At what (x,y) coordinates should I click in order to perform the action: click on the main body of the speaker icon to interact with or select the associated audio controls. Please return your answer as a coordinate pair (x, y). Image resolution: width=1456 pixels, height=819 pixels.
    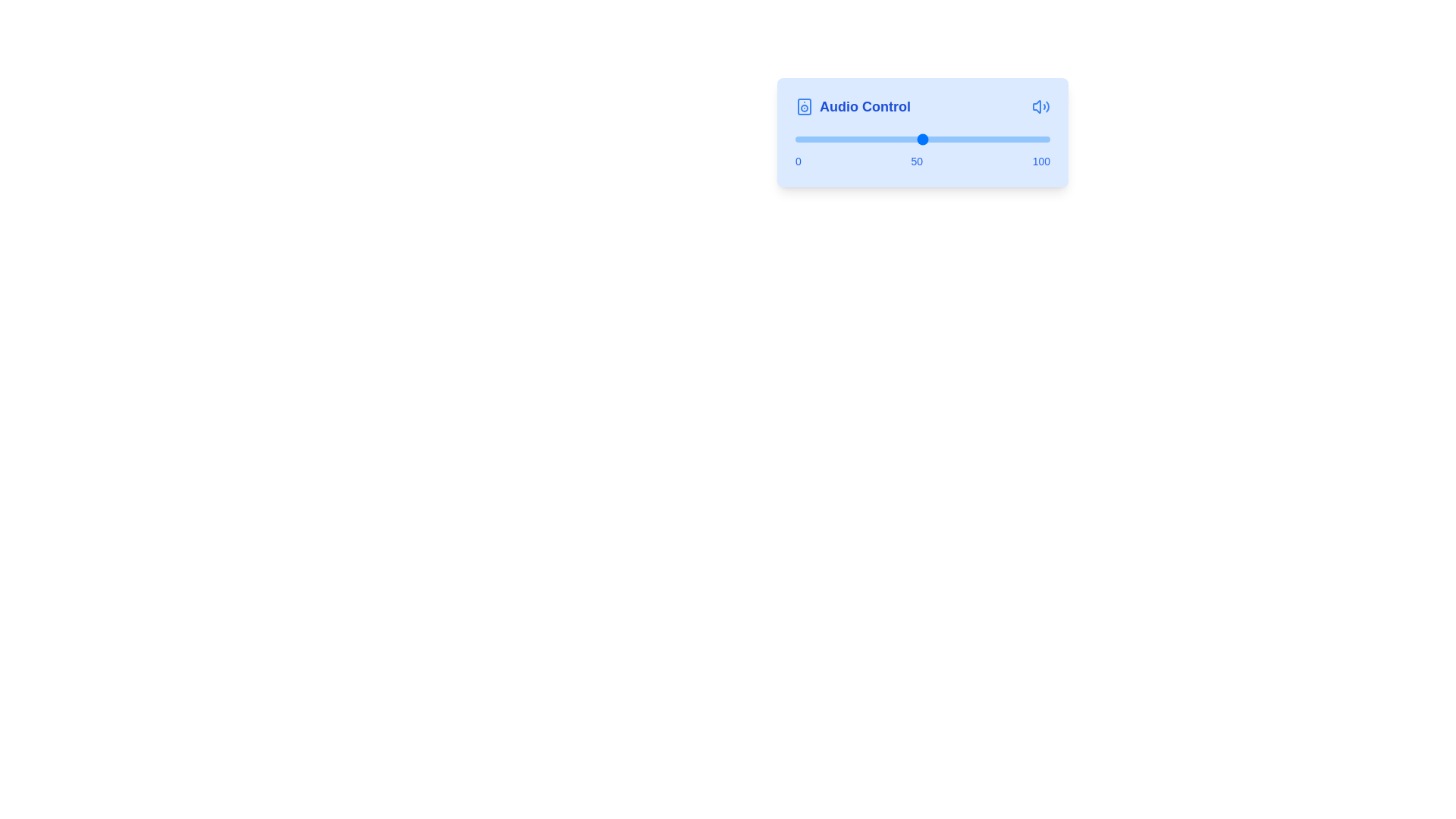
    Looking at the image, I should click on (803, 106).